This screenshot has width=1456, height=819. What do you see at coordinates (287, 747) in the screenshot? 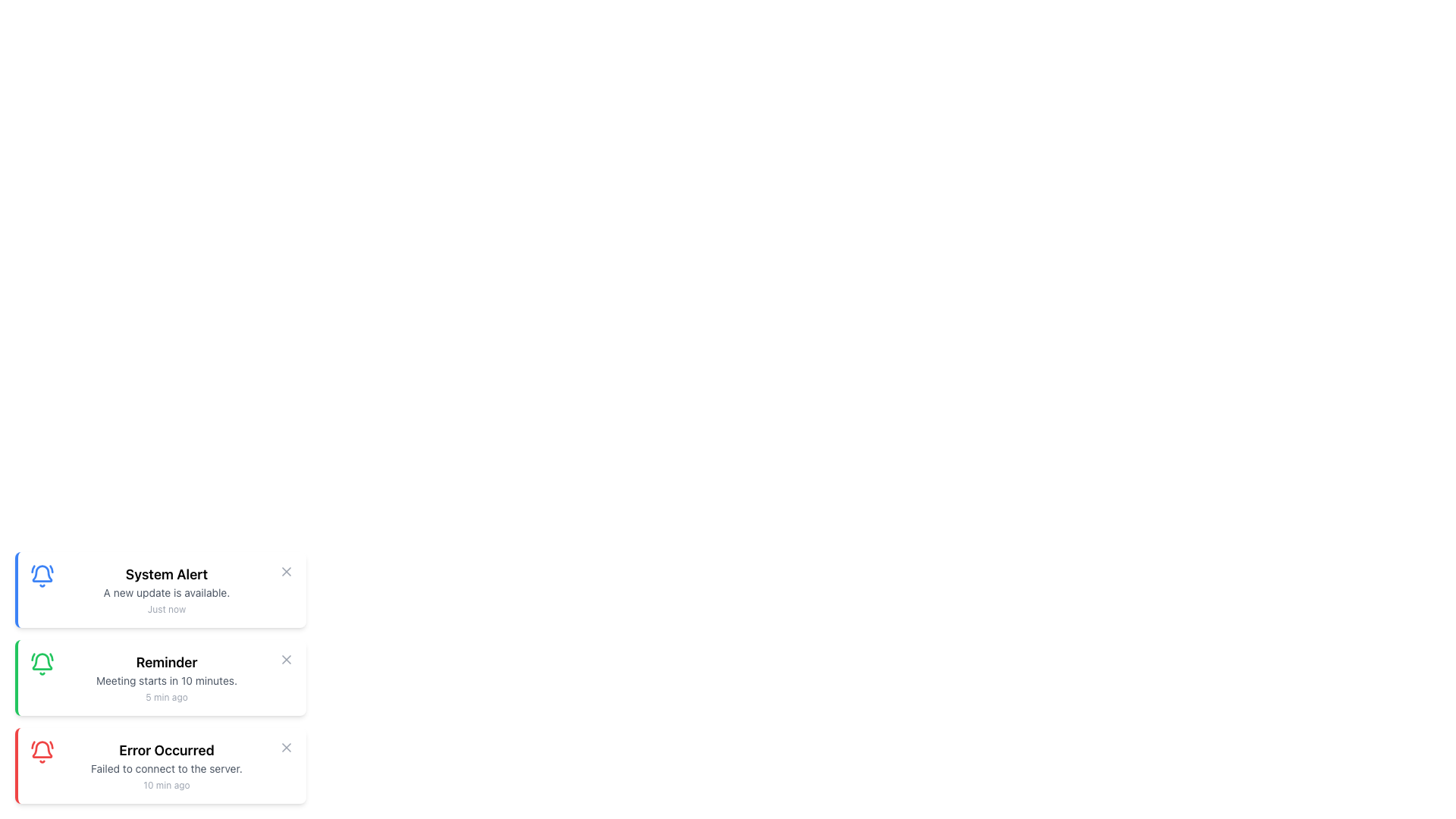
I see `the close button 'X' icon located at the bottom-right corner of the third notification card titled 'Error Occurred'` at bounding box center [287, 747].